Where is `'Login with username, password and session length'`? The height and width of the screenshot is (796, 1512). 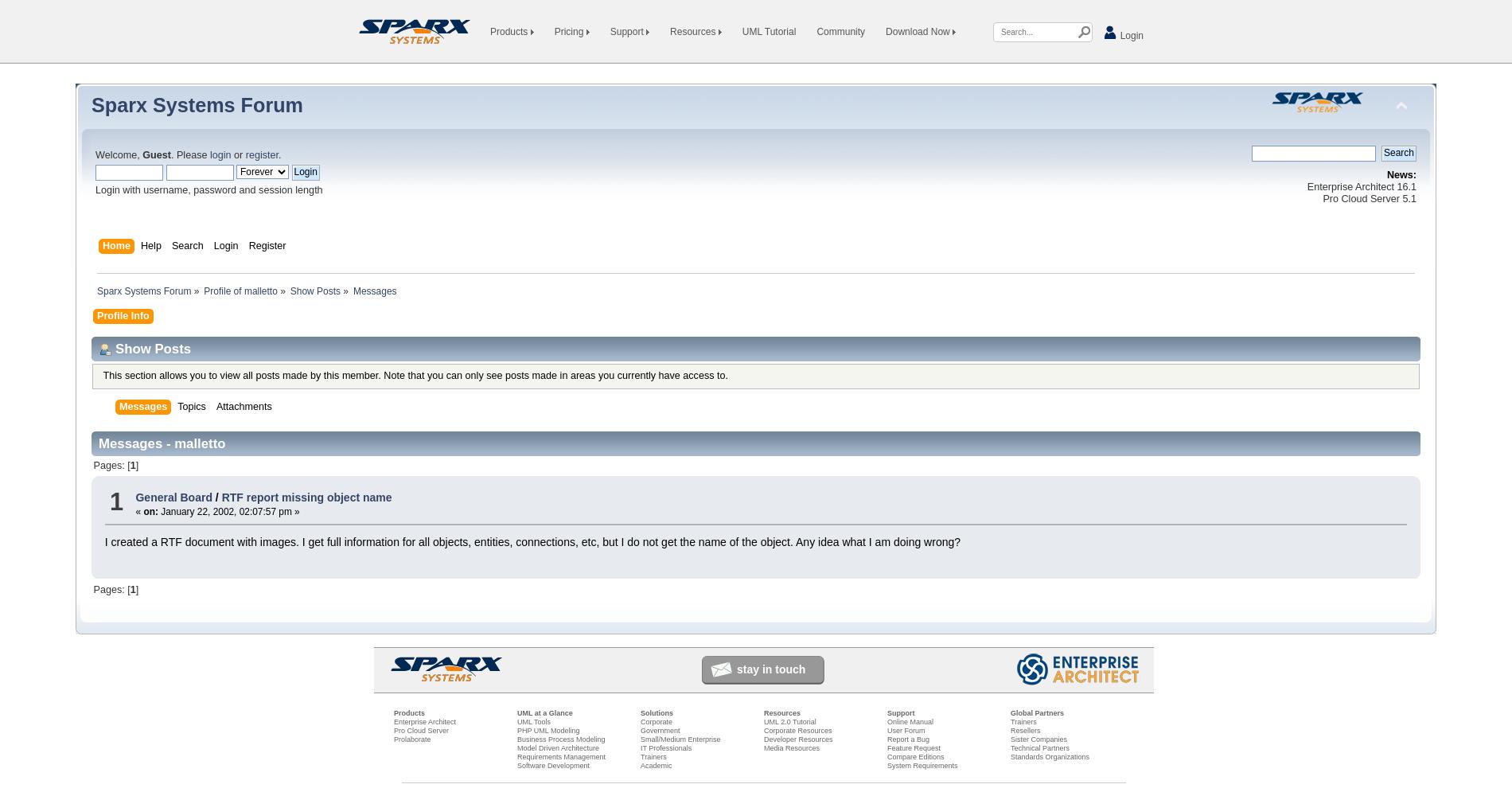 'Login with username, password and session length' is located at coordinates (208, 189).